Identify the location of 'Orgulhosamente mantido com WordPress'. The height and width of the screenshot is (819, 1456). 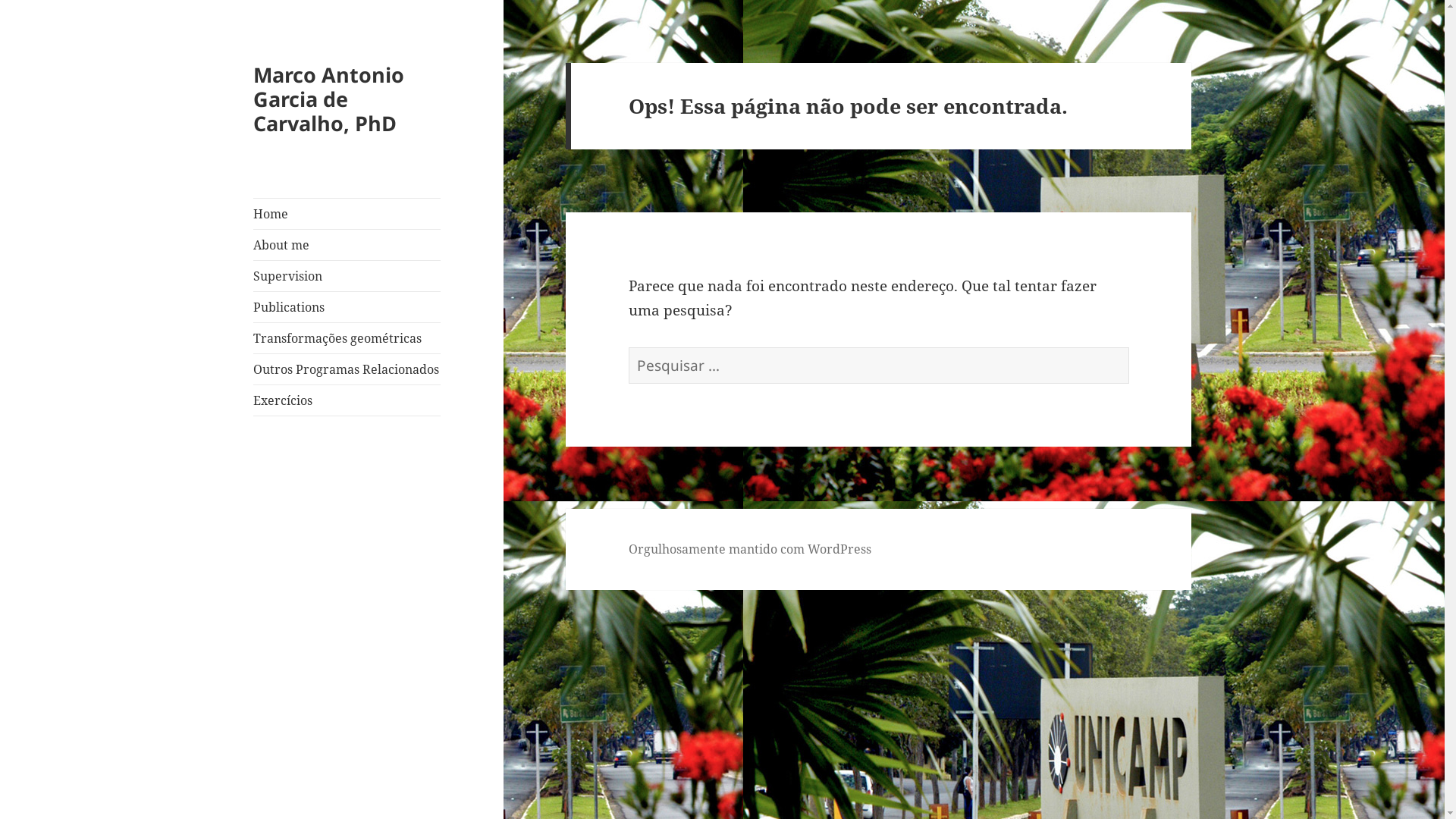
(749, 549).